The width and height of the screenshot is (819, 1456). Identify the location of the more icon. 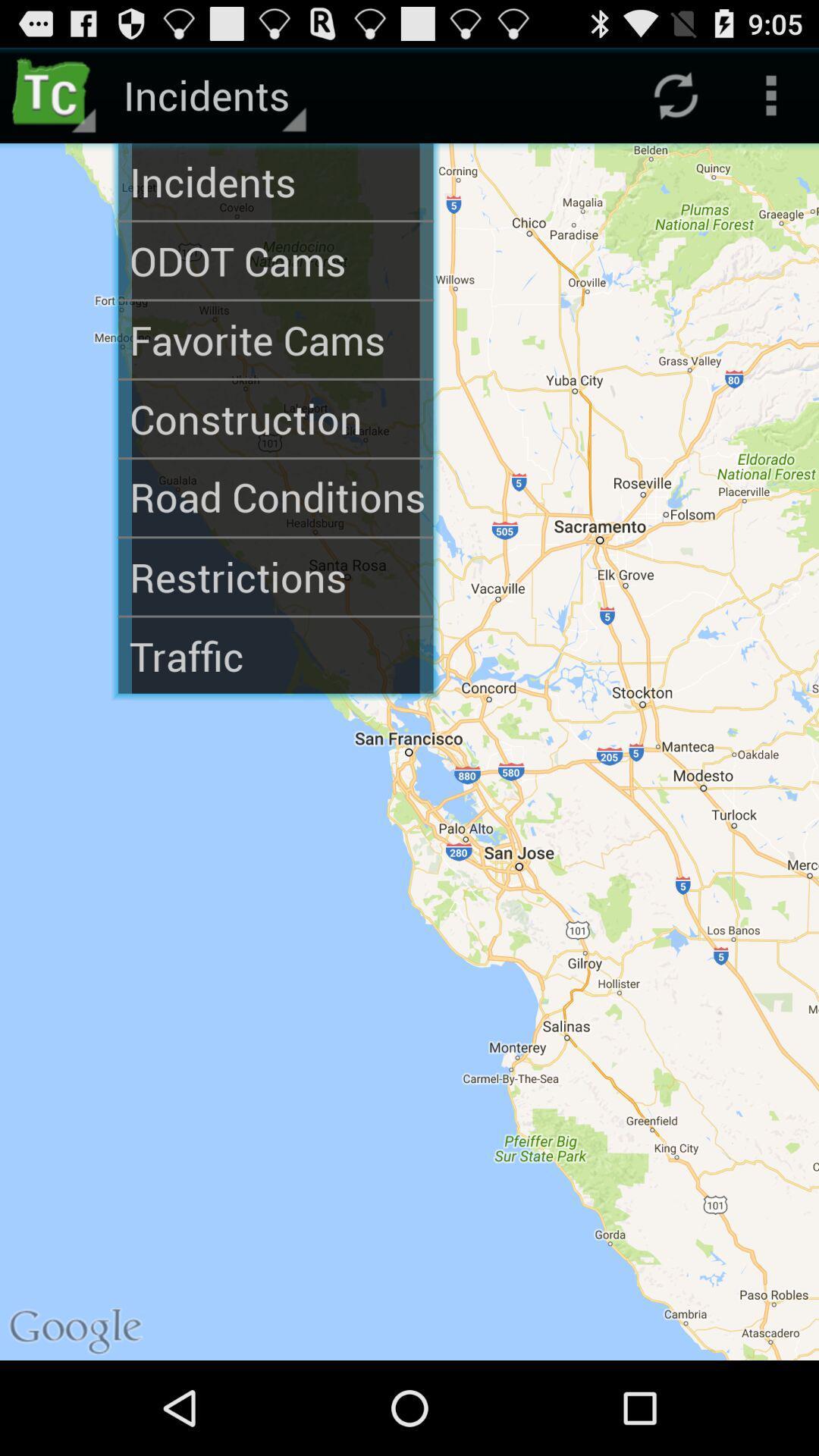
(771, 101).